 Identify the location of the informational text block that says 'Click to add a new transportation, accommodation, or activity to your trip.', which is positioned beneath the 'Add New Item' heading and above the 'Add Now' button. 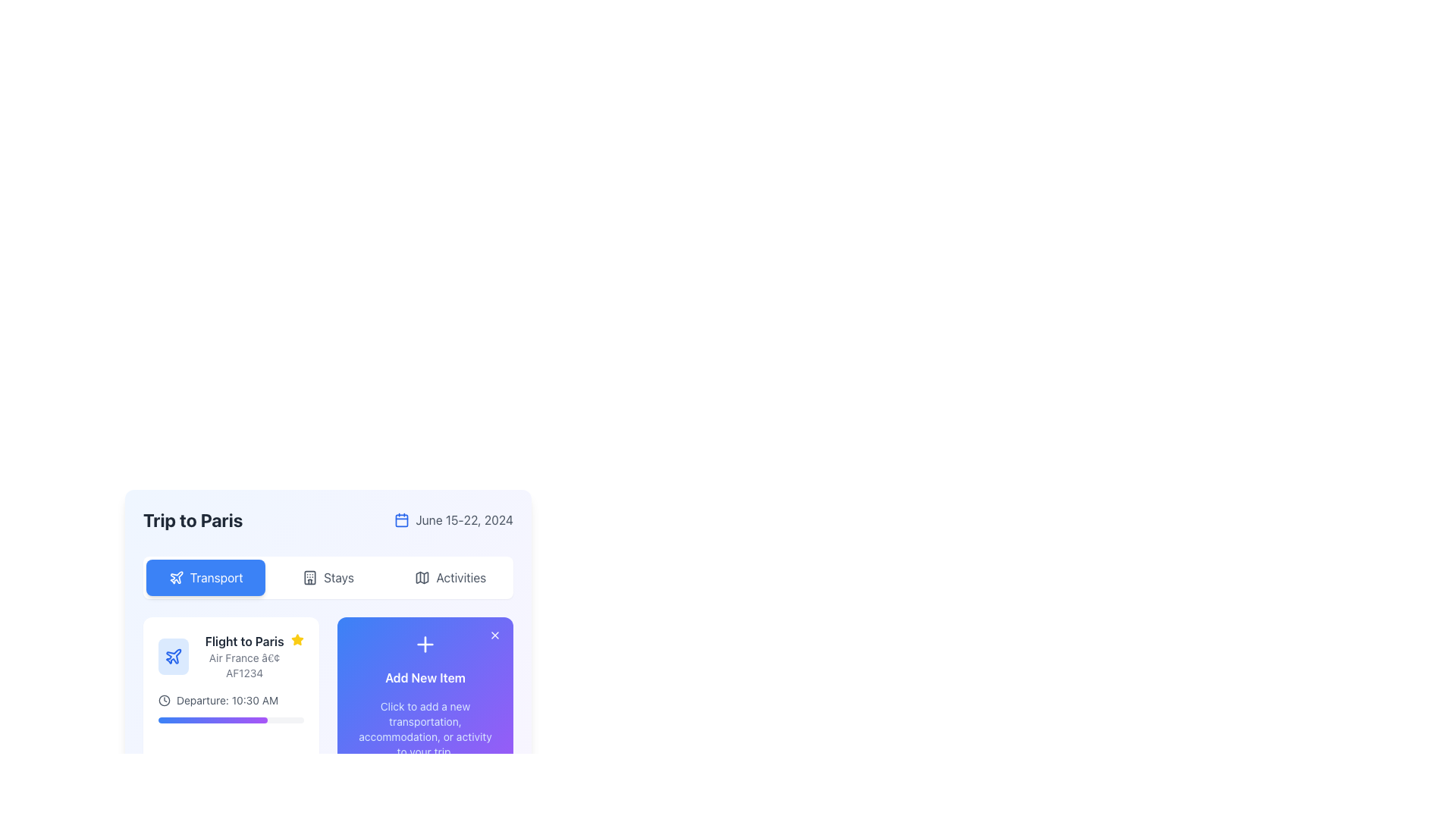
(425, 728).